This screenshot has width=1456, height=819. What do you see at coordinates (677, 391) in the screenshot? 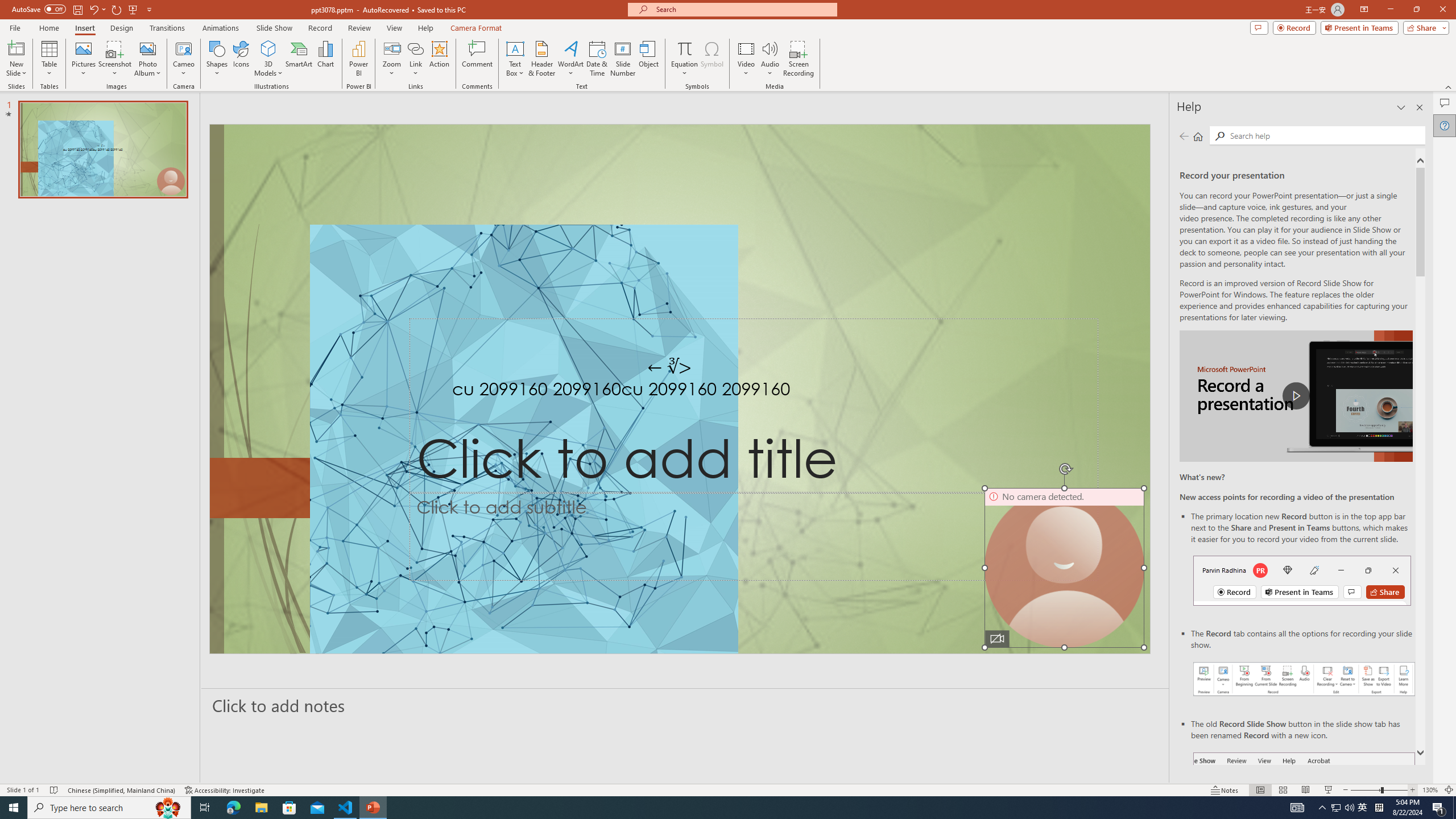
I see `'TextBox 61'` at bounding box center [677, 391].